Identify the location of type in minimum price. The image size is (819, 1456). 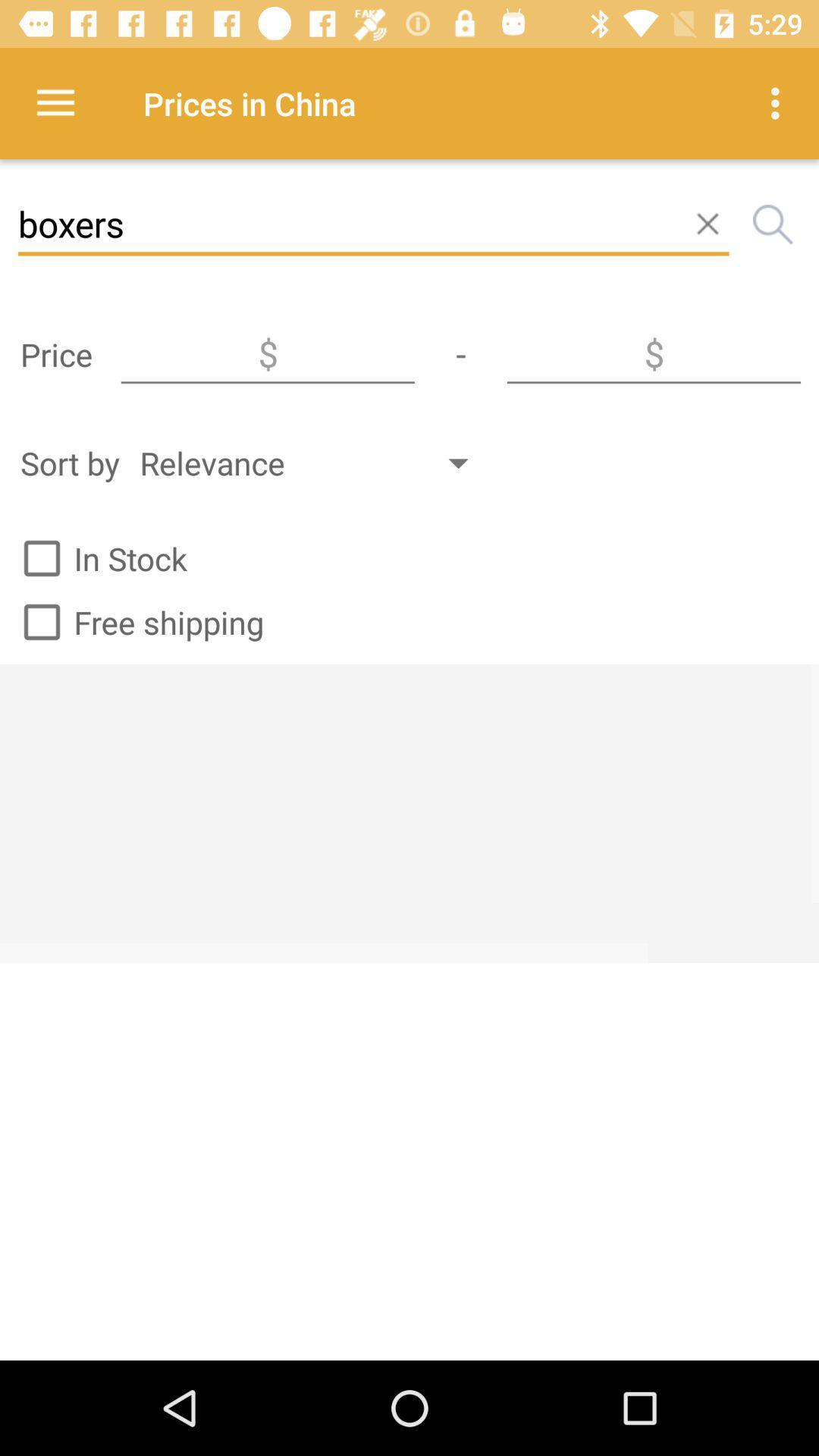
(267, 353).